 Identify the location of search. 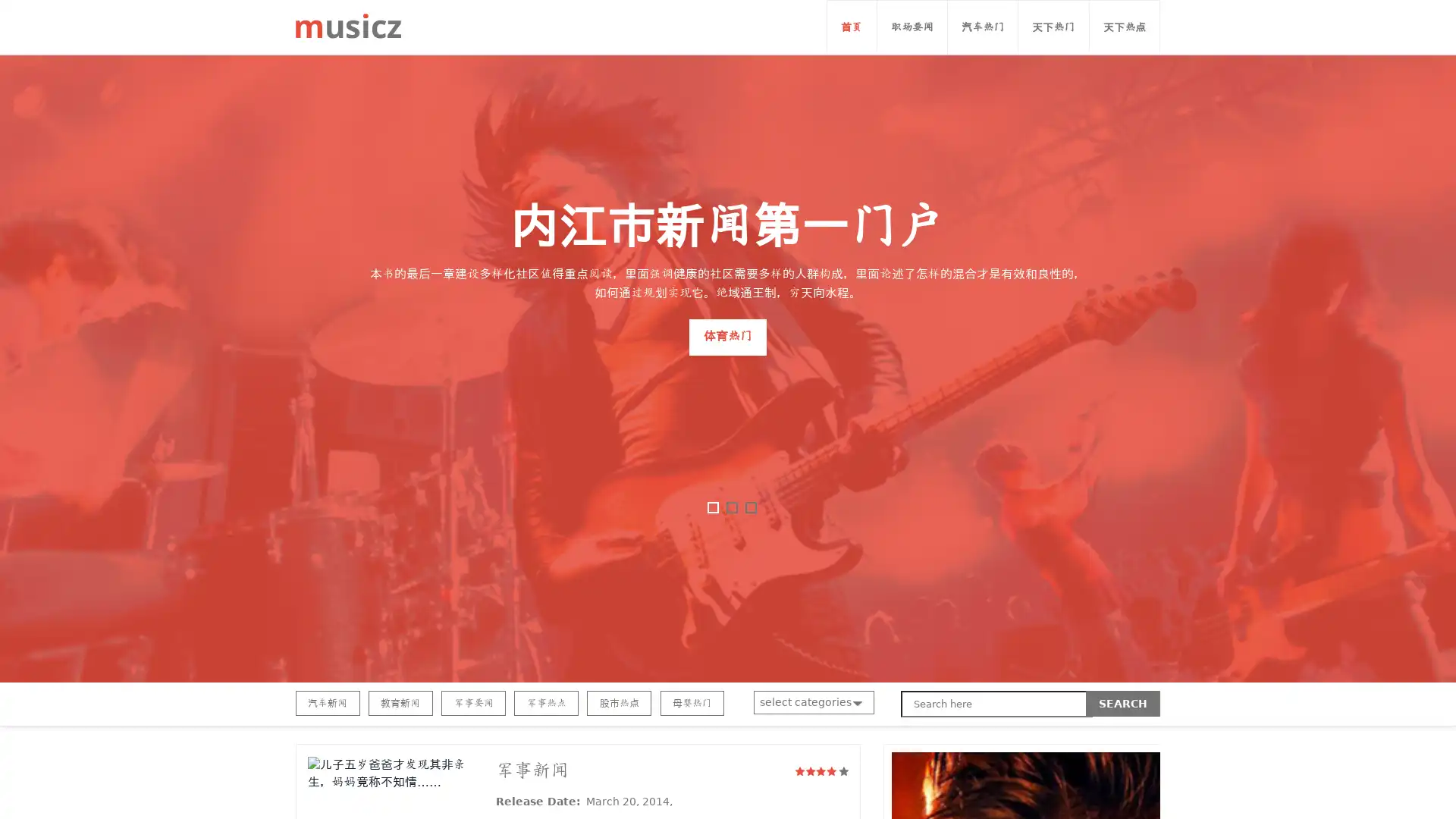
(1123, 704).